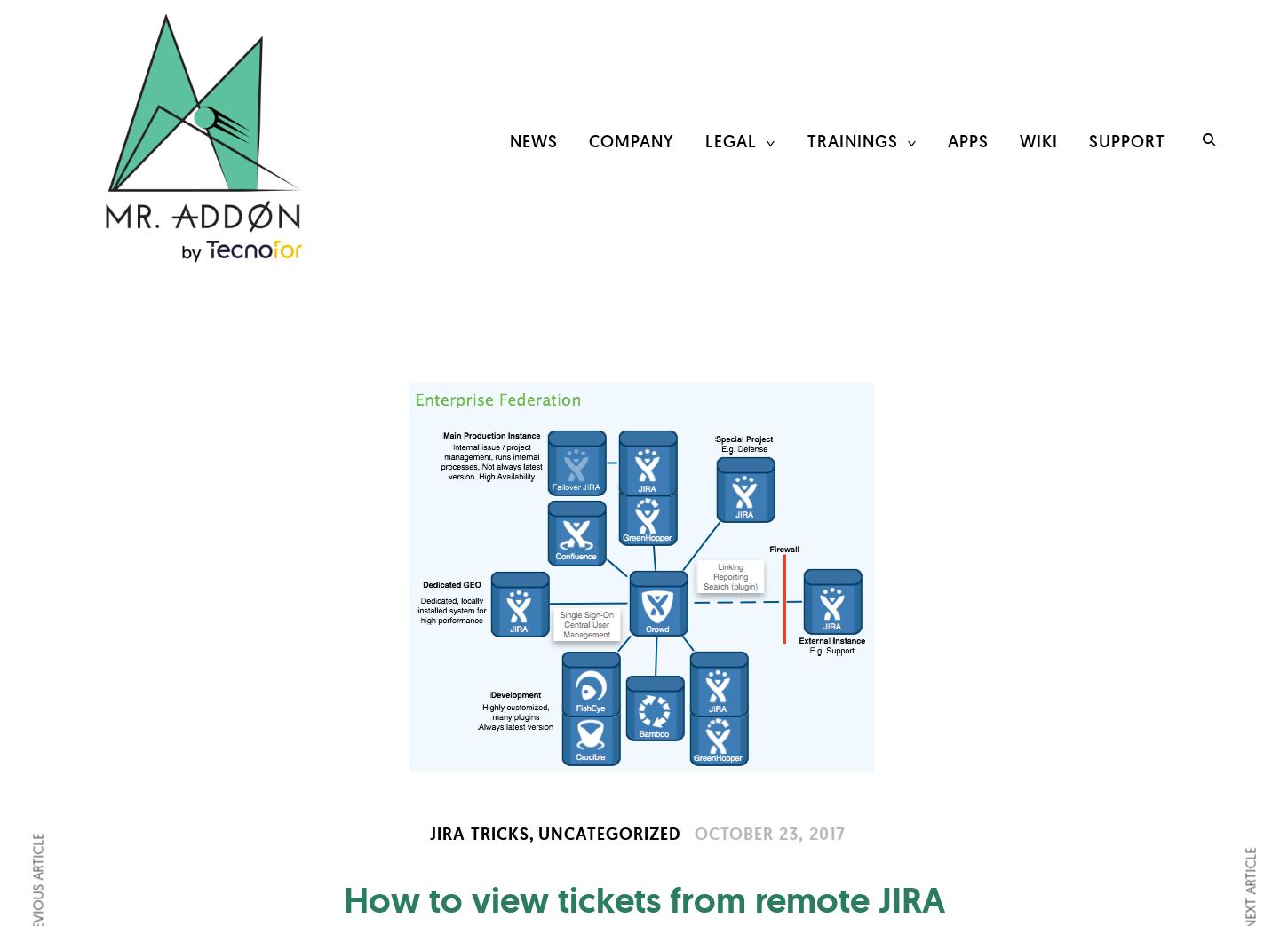 The height and width of the screenshot is (926, 1288). What do you see at coordinates (630, 139) in the screenshot?
I see `'COMPANY'` at bounding box center [630, 139].